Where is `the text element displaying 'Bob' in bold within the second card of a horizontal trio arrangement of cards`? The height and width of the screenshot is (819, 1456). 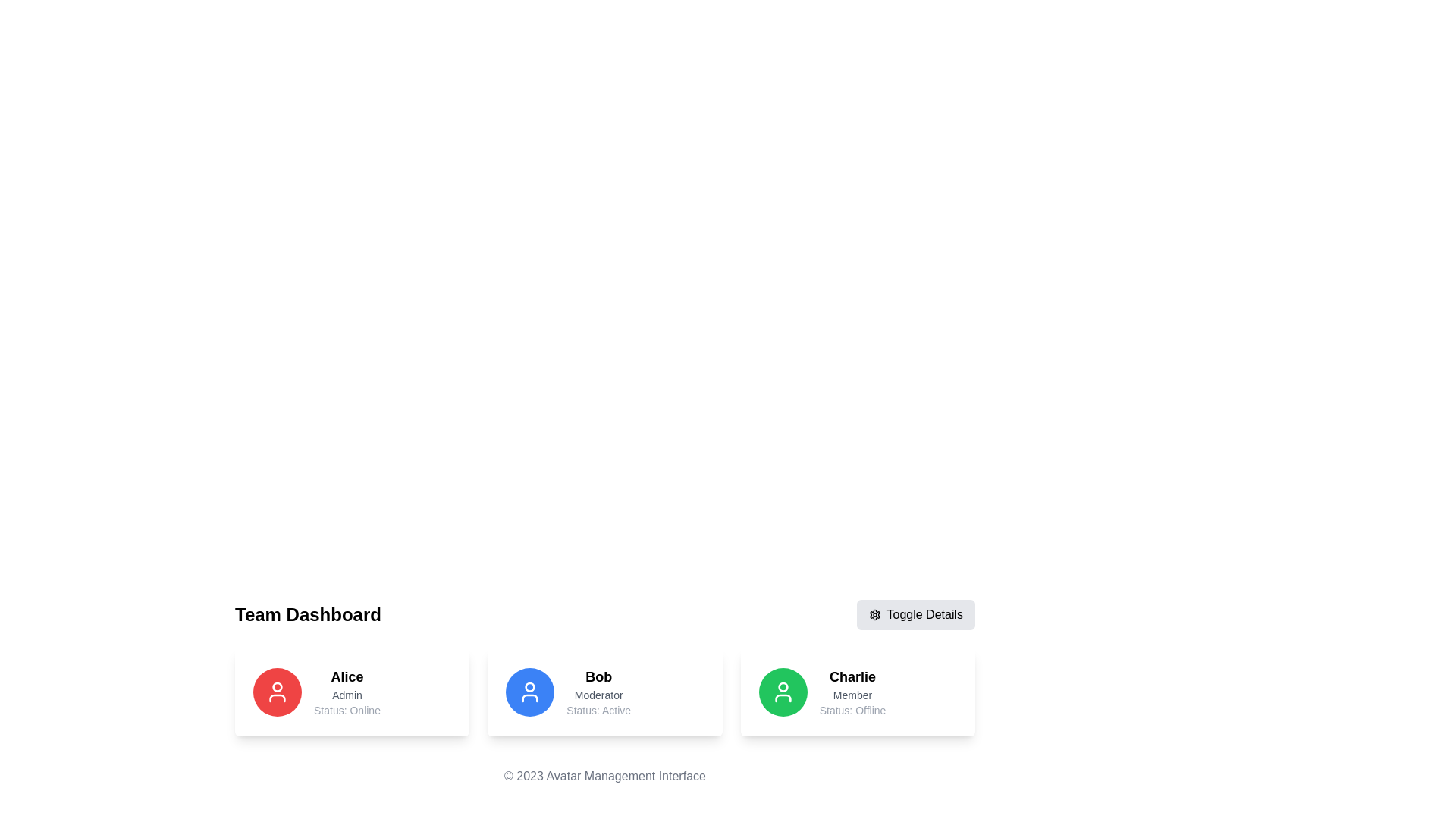
the text element displaying 'Bob' in bold within the second card of a horizontal trio arrangement of cards is located at coordinates (598, 676).